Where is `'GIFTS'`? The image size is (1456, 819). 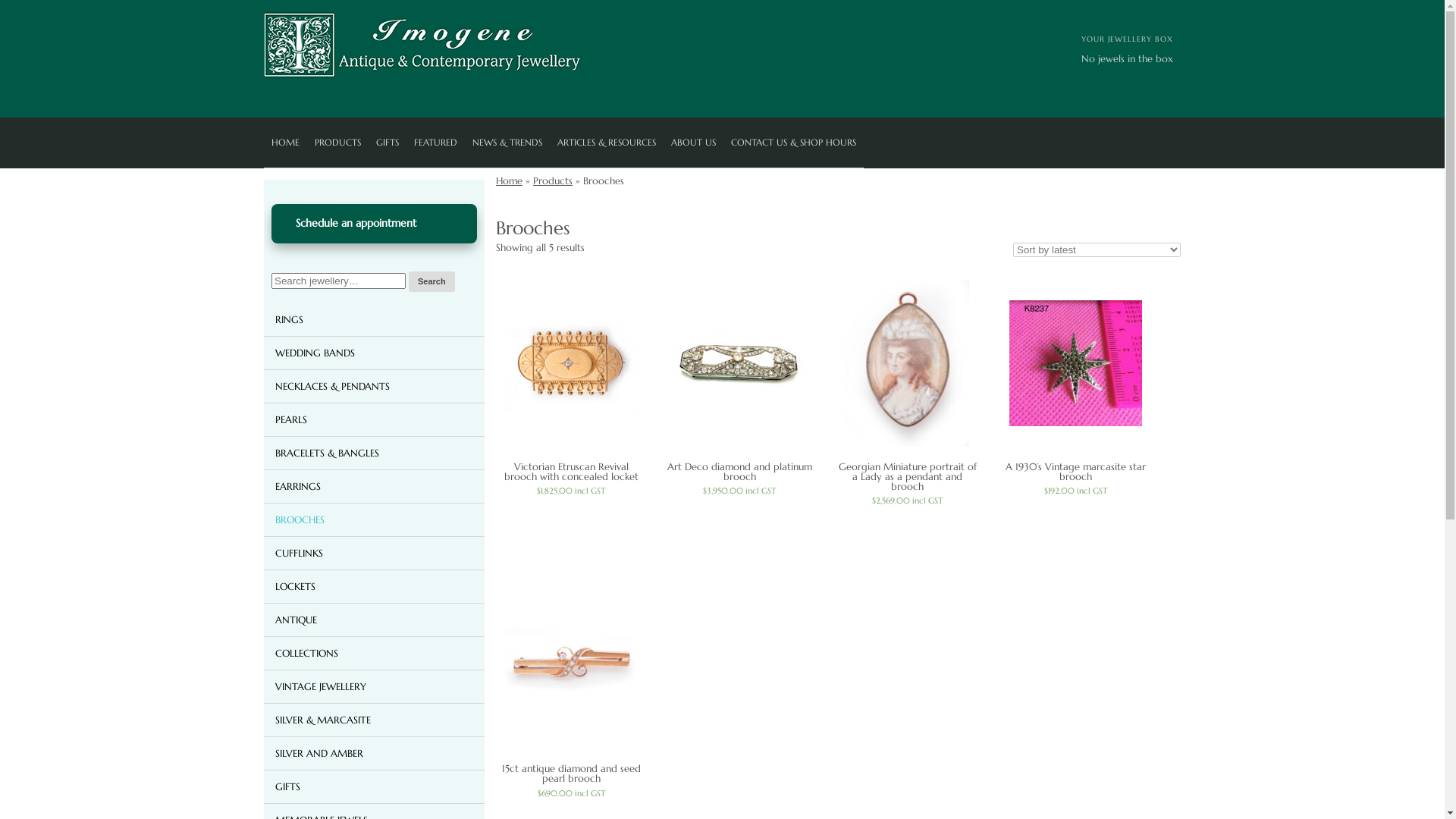
'GIFTS' is located at coordinates (368, 143).